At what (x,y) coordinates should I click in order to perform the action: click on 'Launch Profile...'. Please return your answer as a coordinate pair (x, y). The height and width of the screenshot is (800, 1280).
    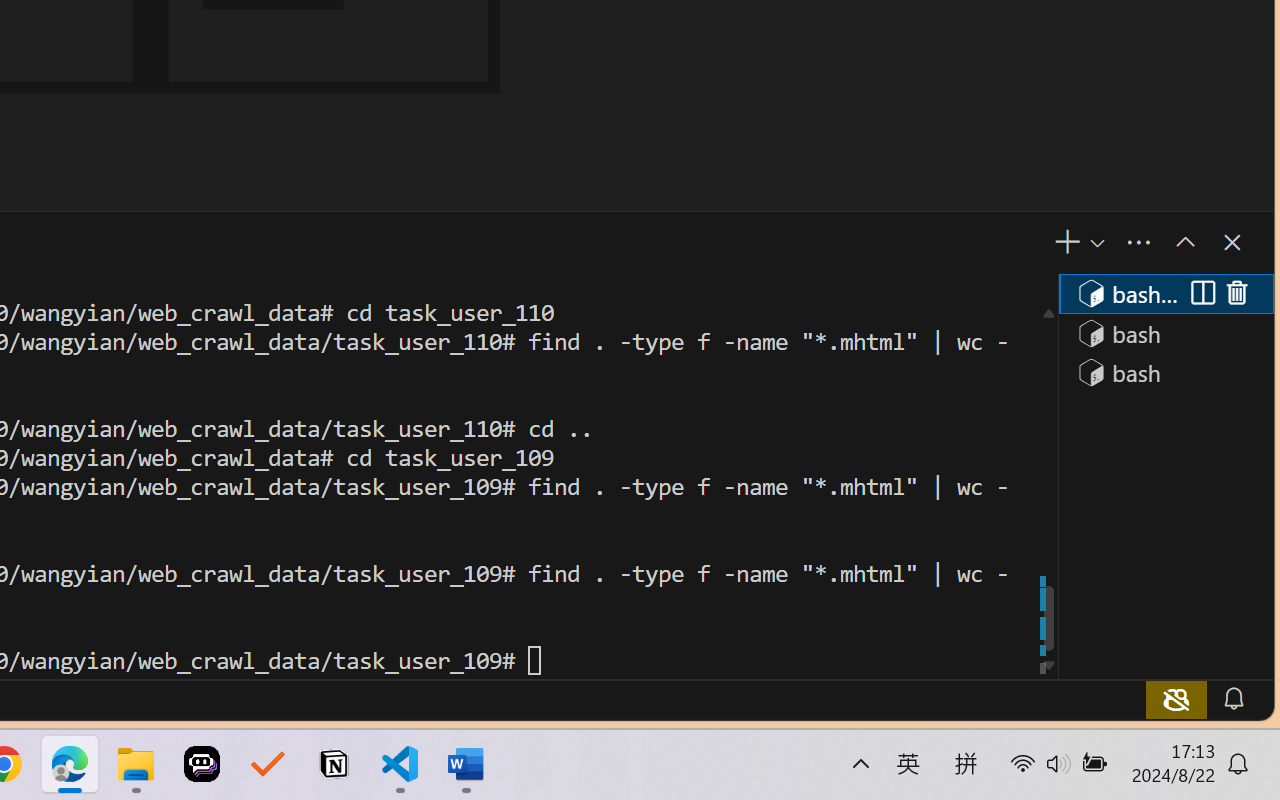
    Looking at the image, I should click on (1095, 242).